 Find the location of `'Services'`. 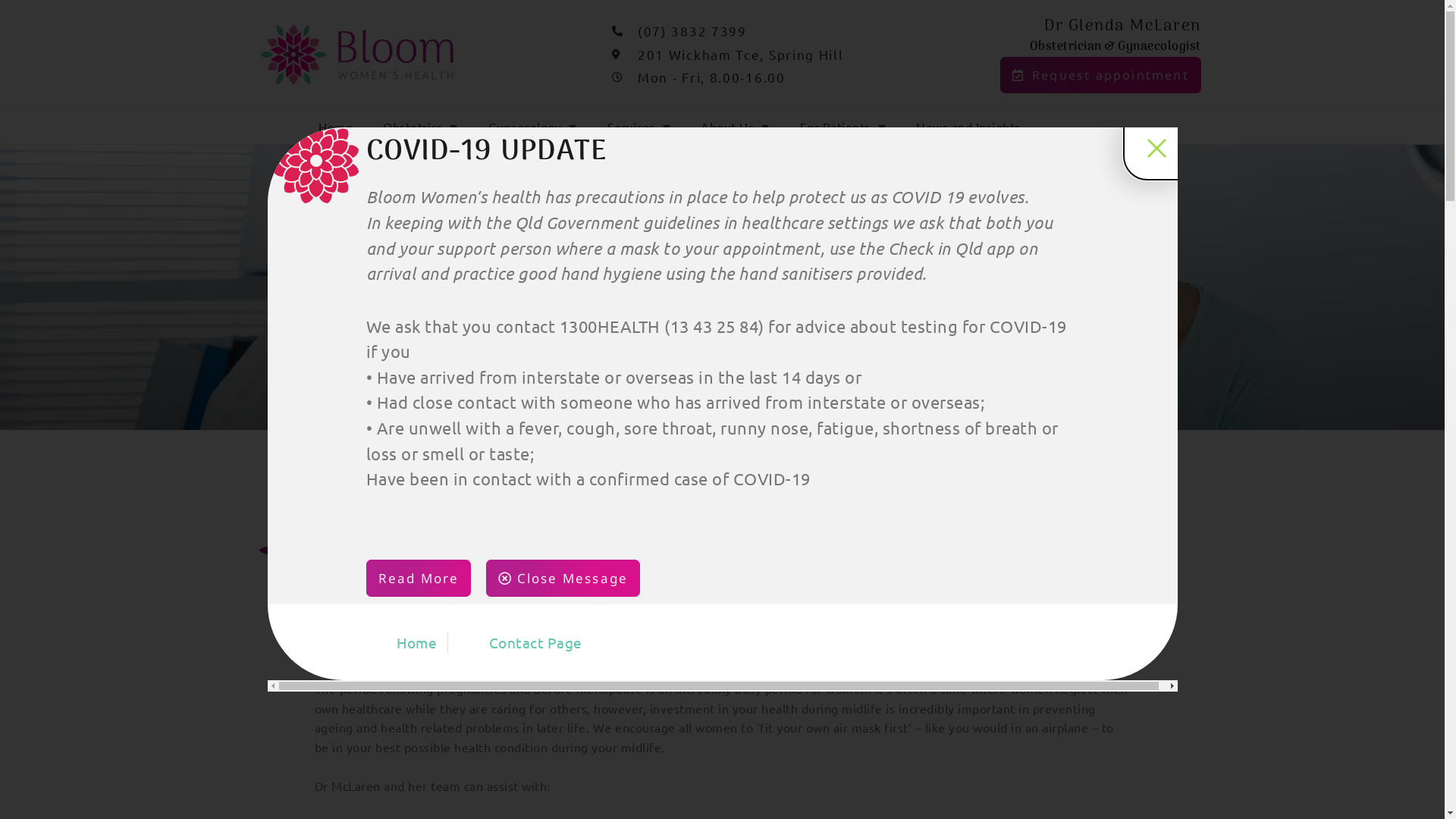

'Services' is located at coordinates (591, 125).